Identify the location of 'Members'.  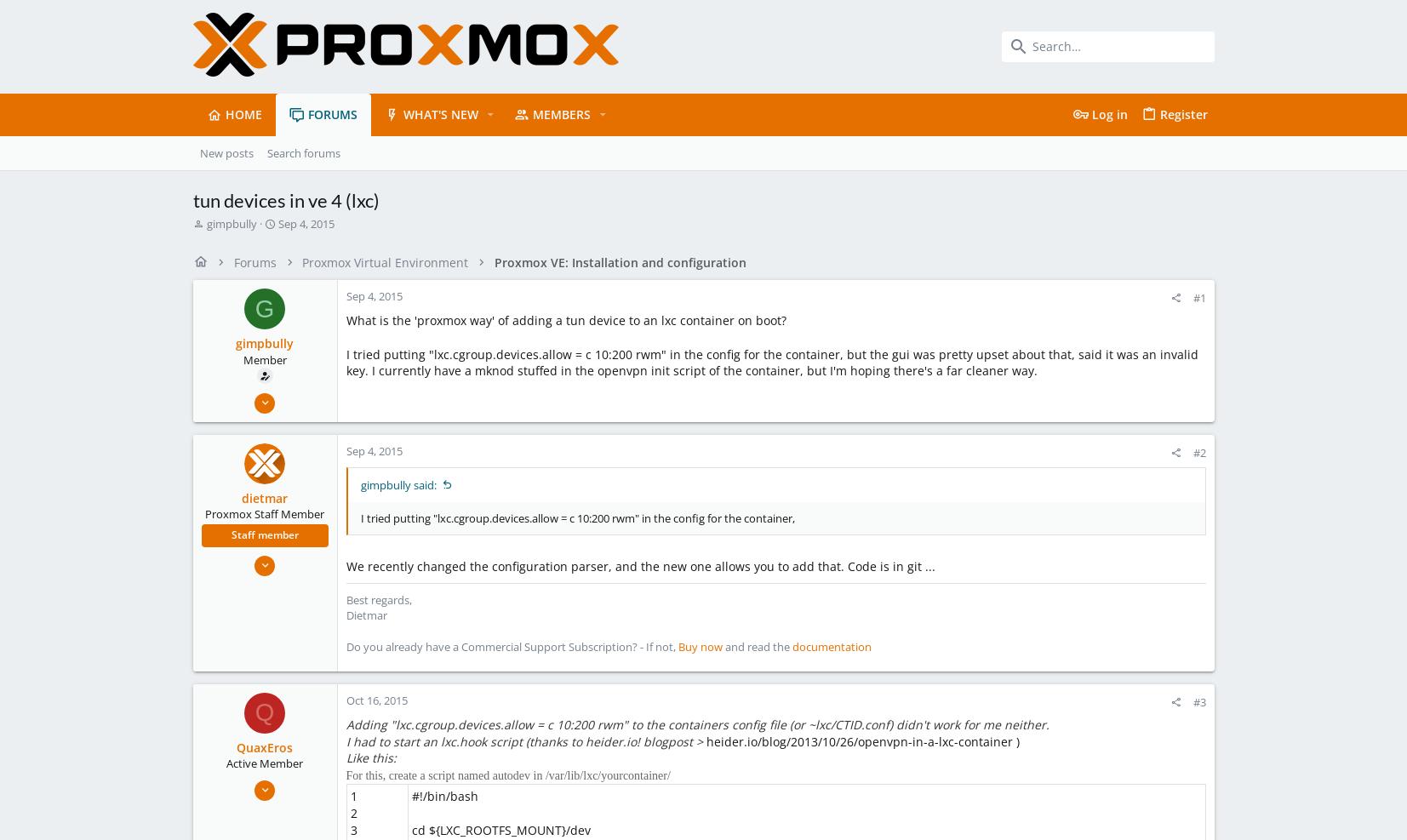
(561, 113).